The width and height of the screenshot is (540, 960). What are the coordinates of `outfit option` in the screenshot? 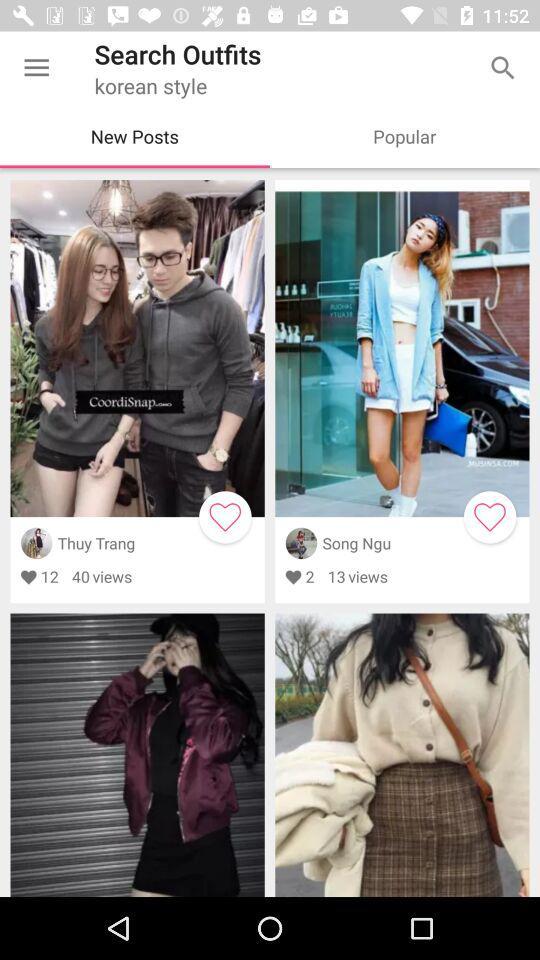 It's located at (224, 516).